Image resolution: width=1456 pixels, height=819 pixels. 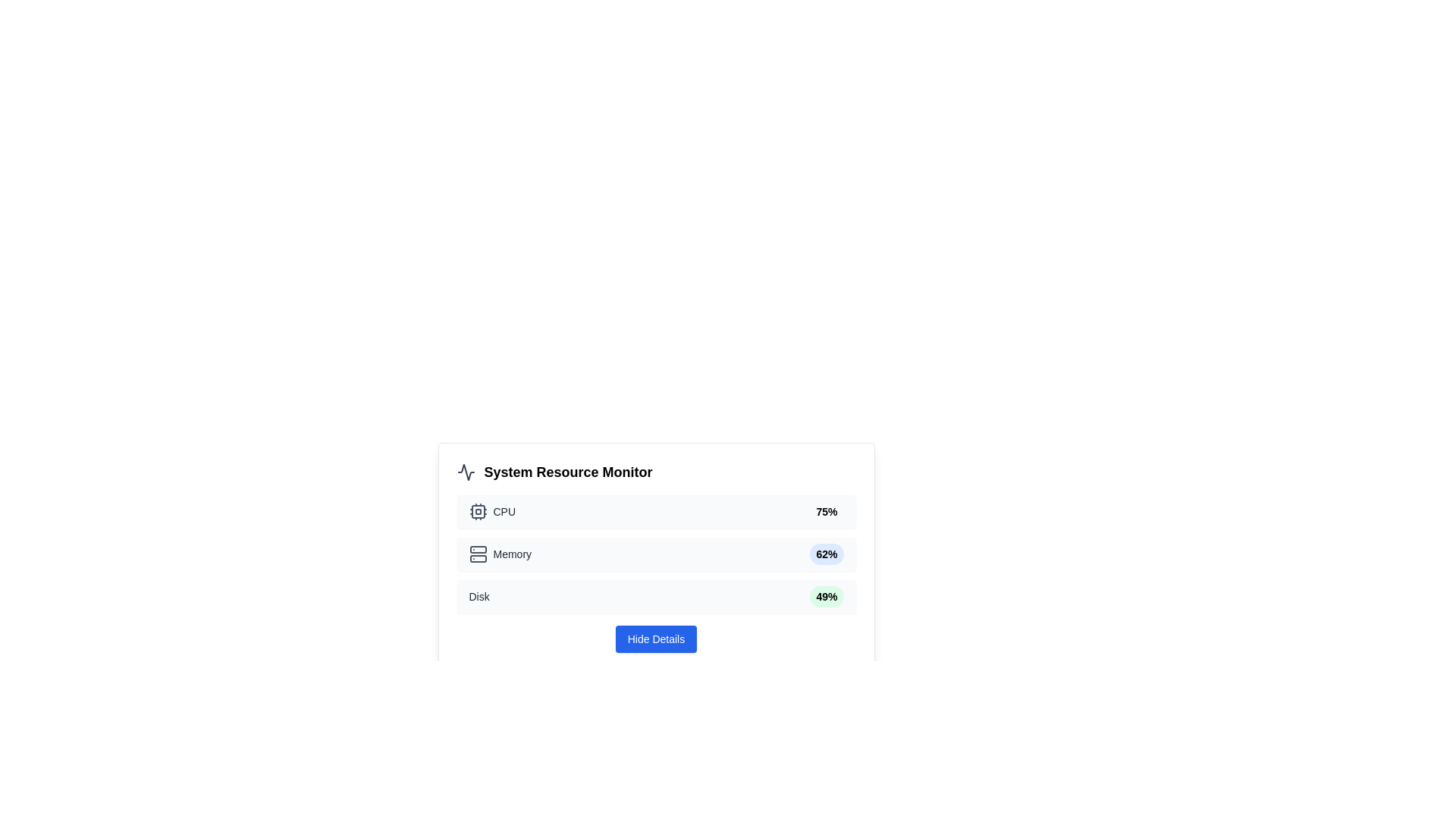 I want to click on the Text label displaying the current CPU usage percentage, which is located to the right of the 'CPU' label and its icon, indicating system monitoring status, so click(x=826, y=512).